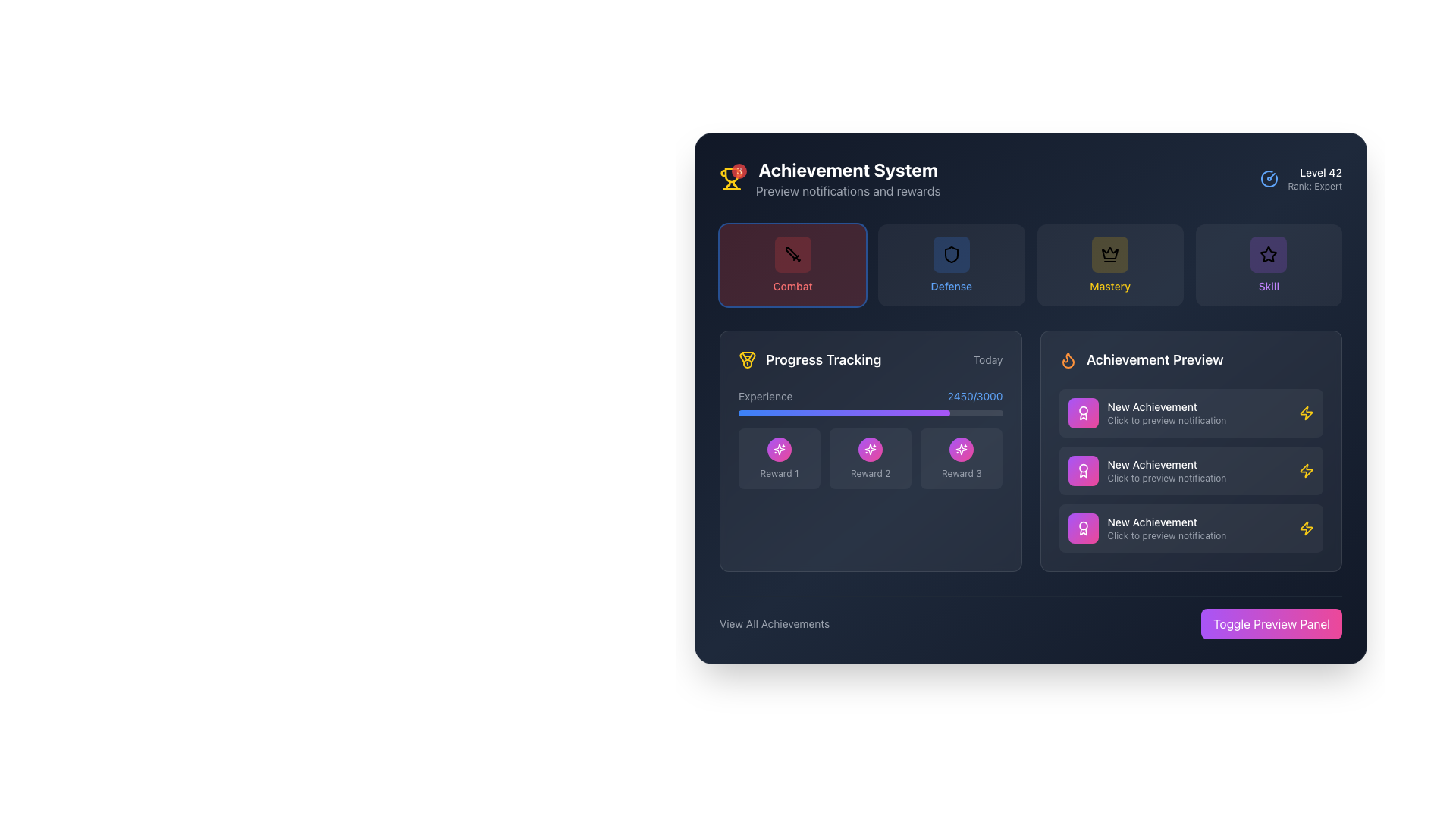 The height and width of the screenshot is (819, 1456). What do you see at coordinates (871, 458) in the screenshot?
I see `keyboard navigation` at bounding box center [871, 458].